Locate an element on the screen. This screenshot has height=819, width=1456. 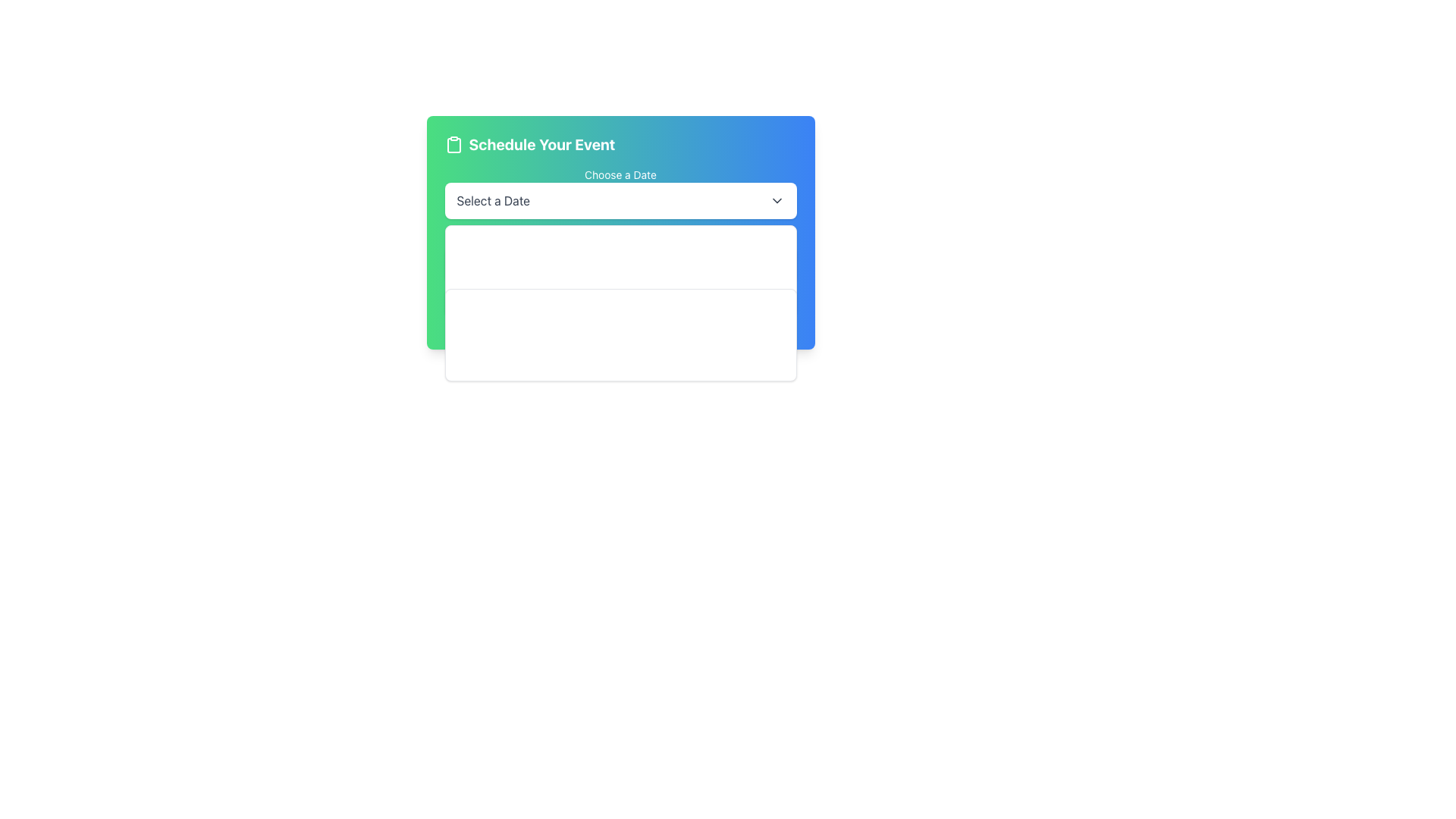
the chevron-down icon indicating the dropdown for 'Select a Date' is located at coordinates (777, 200).